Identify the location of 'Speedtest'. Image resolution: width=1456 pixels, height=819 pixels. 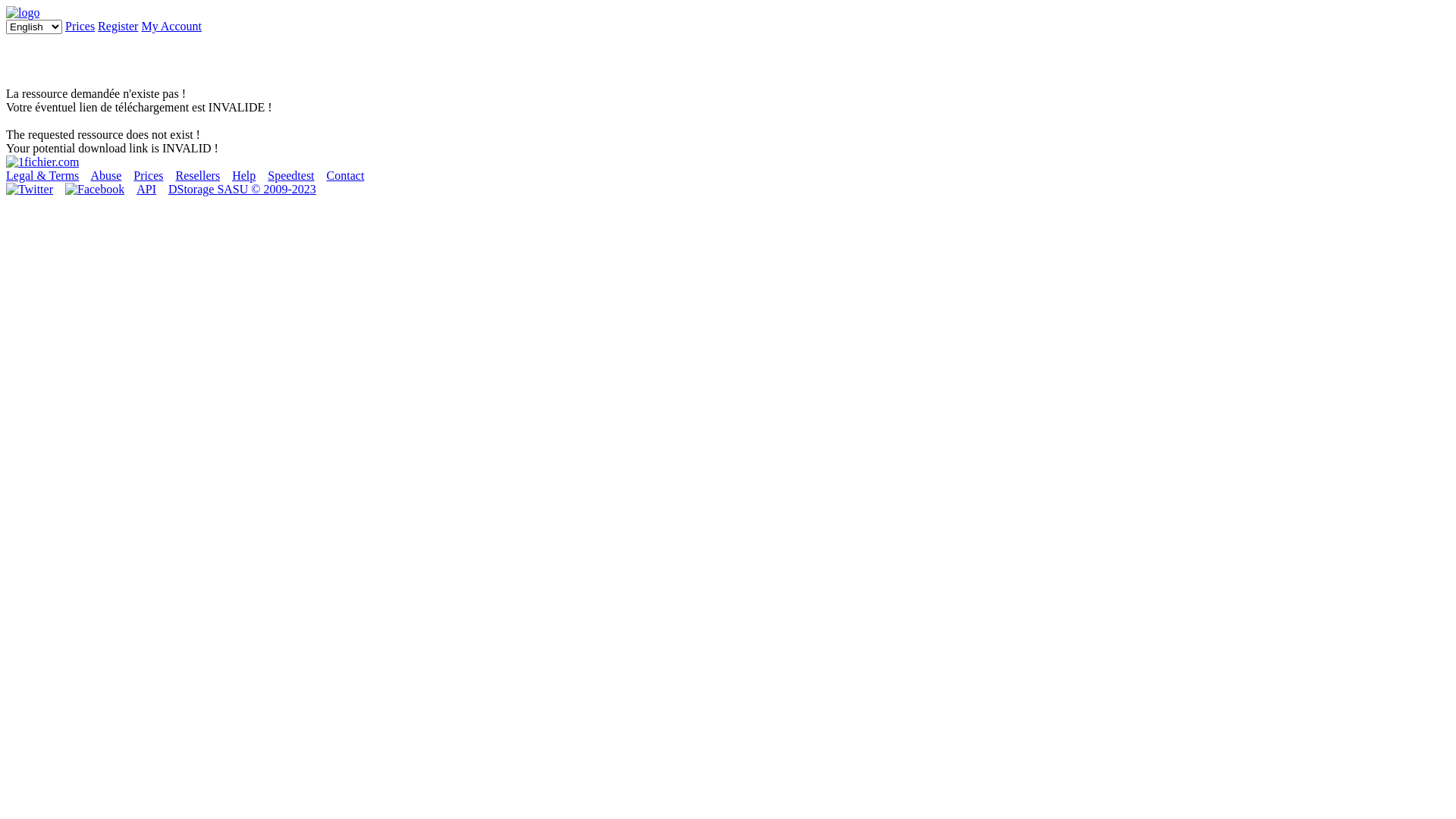
(290, 174).